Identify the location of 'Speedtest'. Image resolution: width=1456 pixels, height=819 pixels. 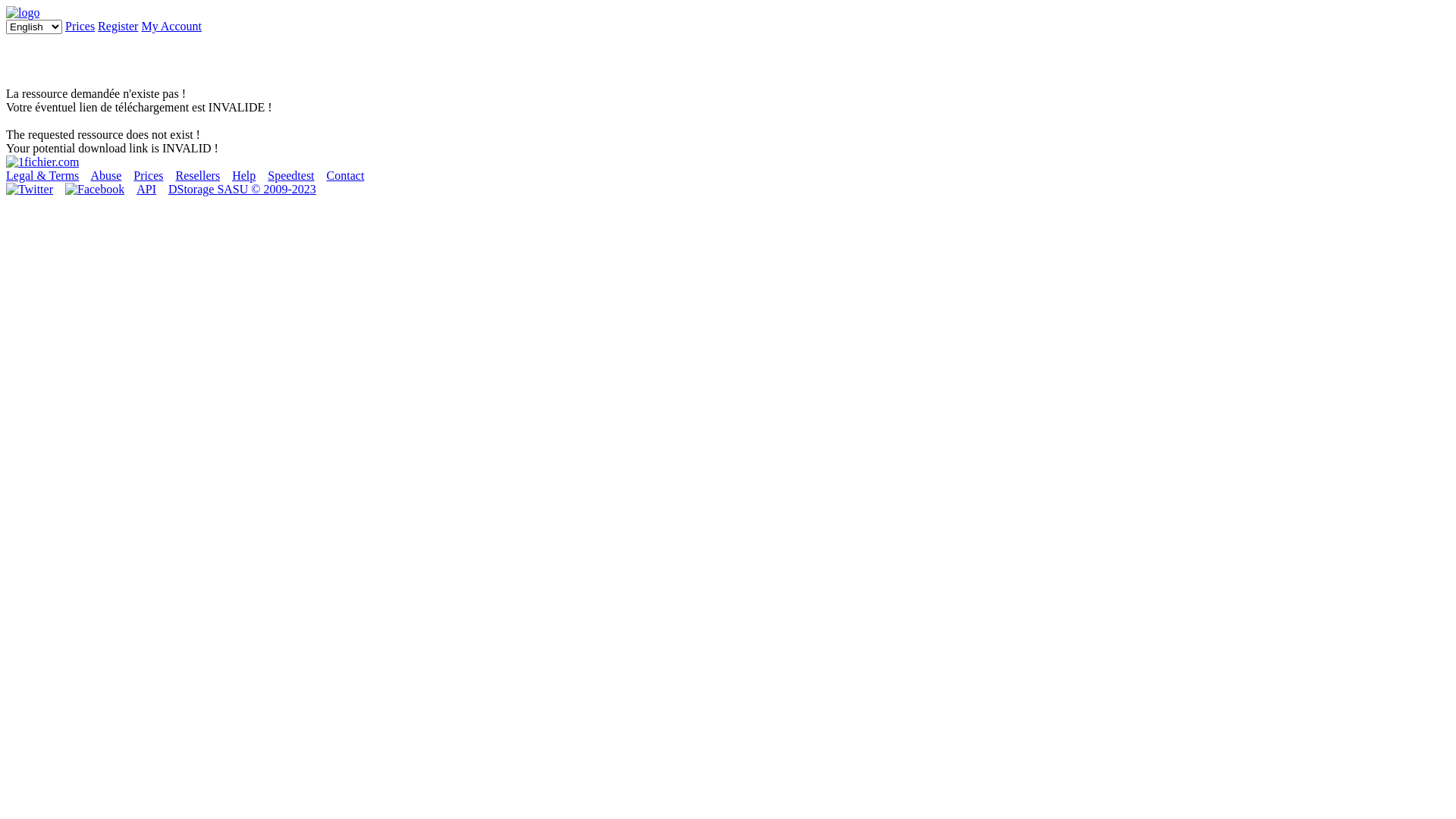
(290, 174).